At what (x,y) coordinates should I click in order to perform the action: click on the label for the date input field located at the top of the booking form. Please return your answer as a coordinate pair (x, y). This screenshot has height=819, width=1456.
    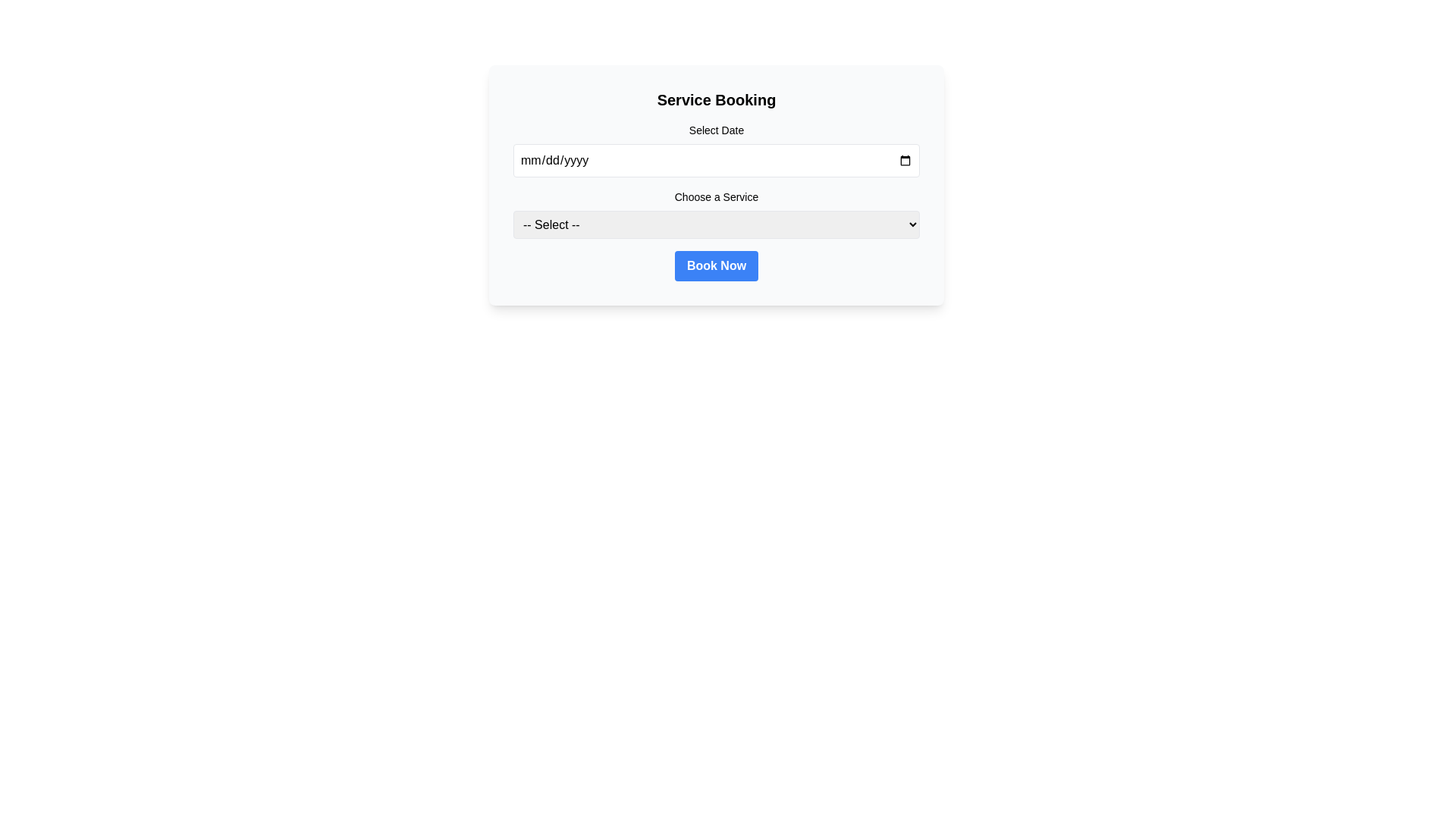
    Looking at the image, I should click on (716, 130).